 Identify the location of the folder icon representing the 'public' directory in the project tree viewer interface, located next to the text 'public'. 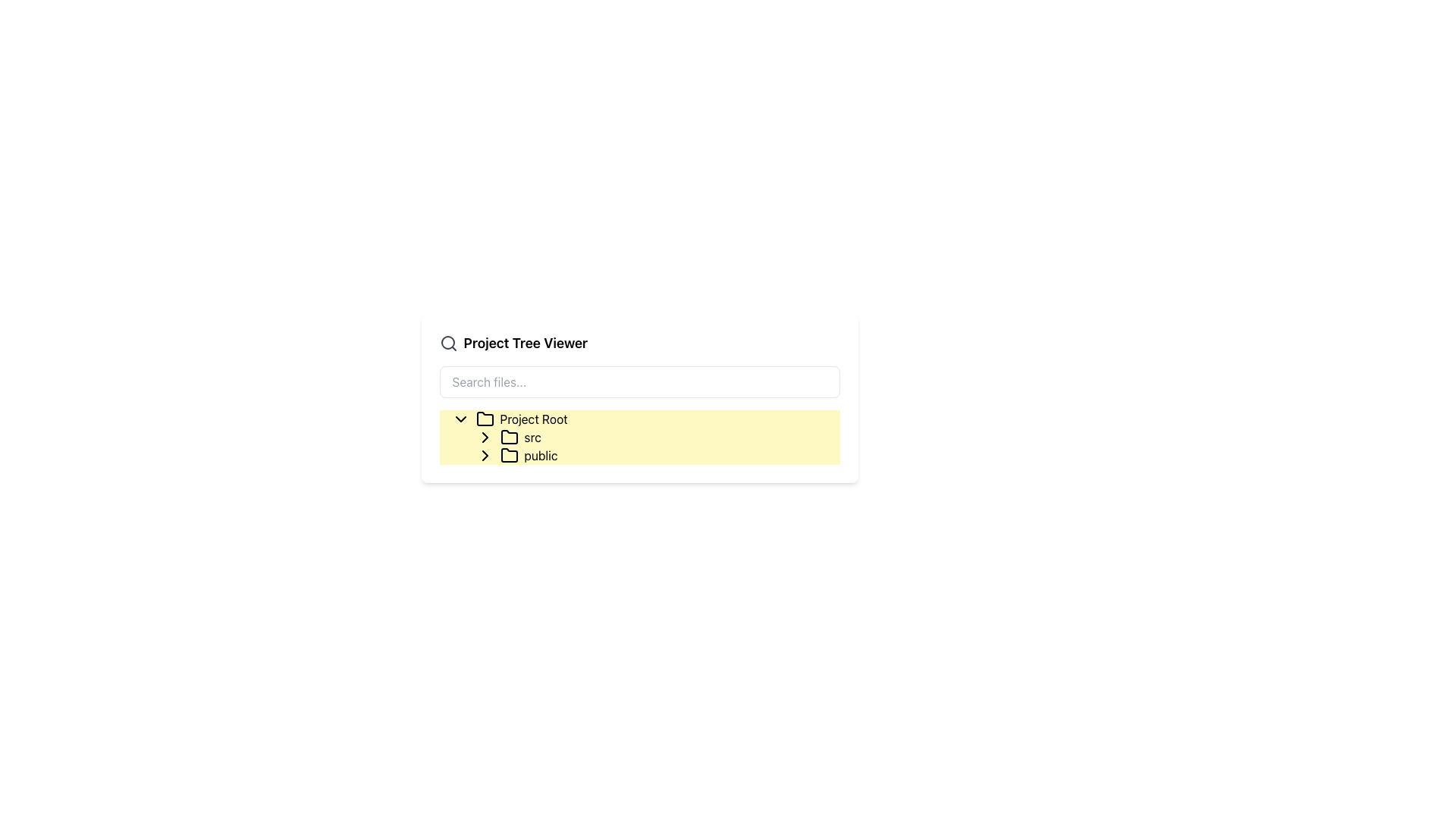
(509, 455).